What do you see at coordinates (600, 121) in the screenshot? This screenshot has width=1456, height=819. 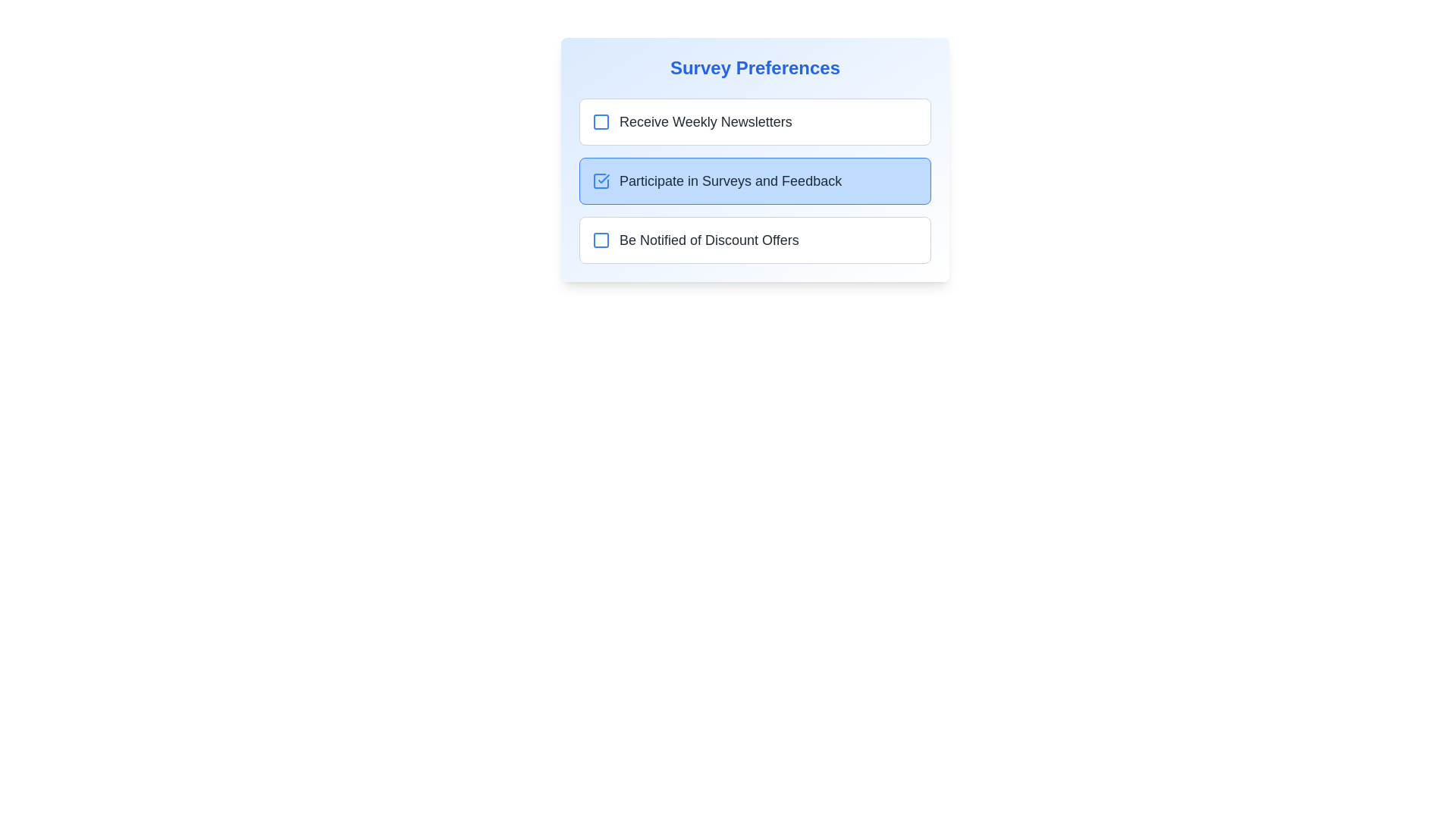 I see `the checkbox for 'Receive Weekly Newsletters'` at bounding box center [600, 121].